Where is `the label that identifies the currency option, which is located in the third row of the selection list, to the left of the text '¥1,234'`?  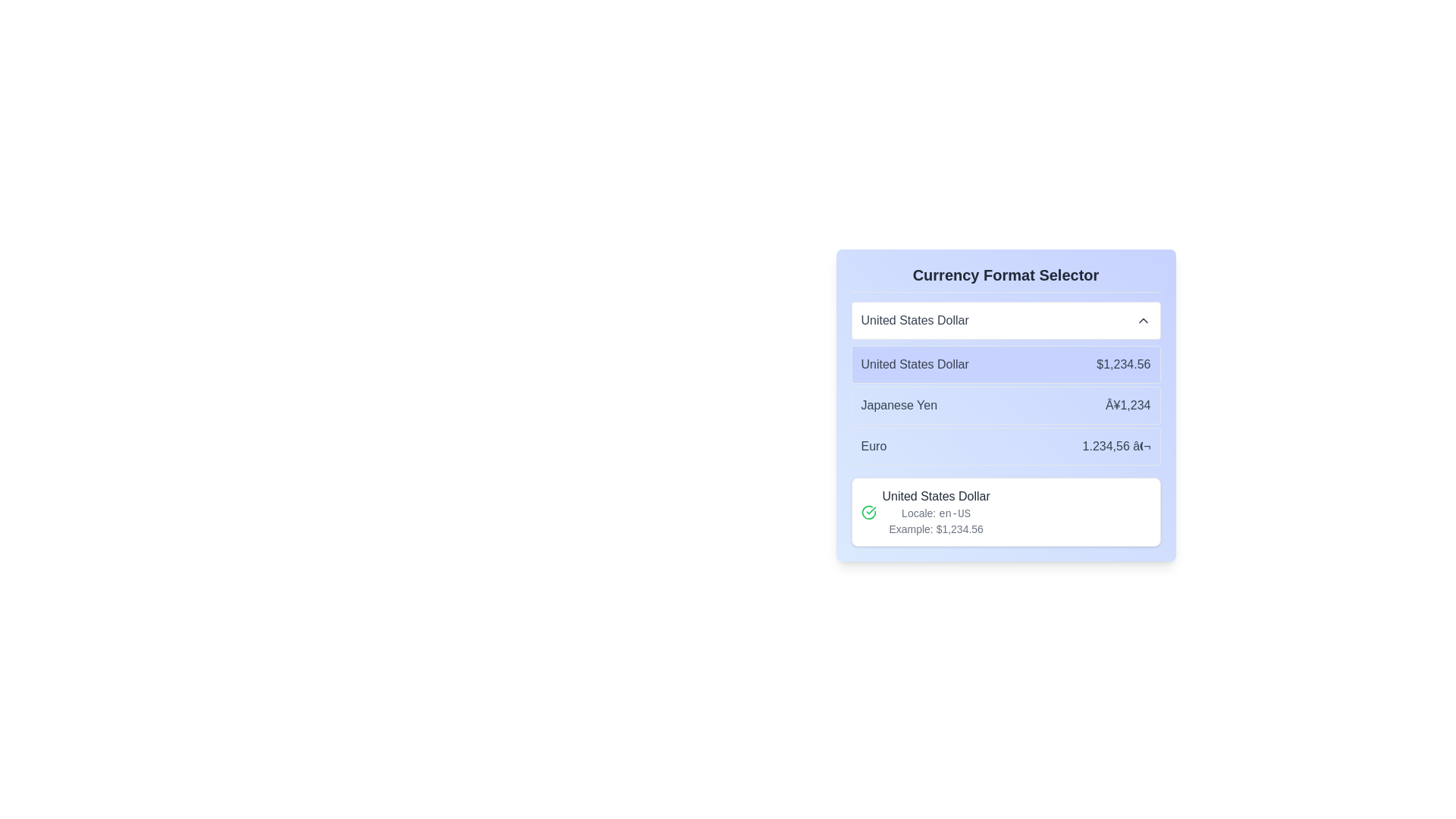
the label that identifies the currency option, which is located in the third row of the selection list, to the left of the text '¥1,234' is located at coordinates (899, 405).